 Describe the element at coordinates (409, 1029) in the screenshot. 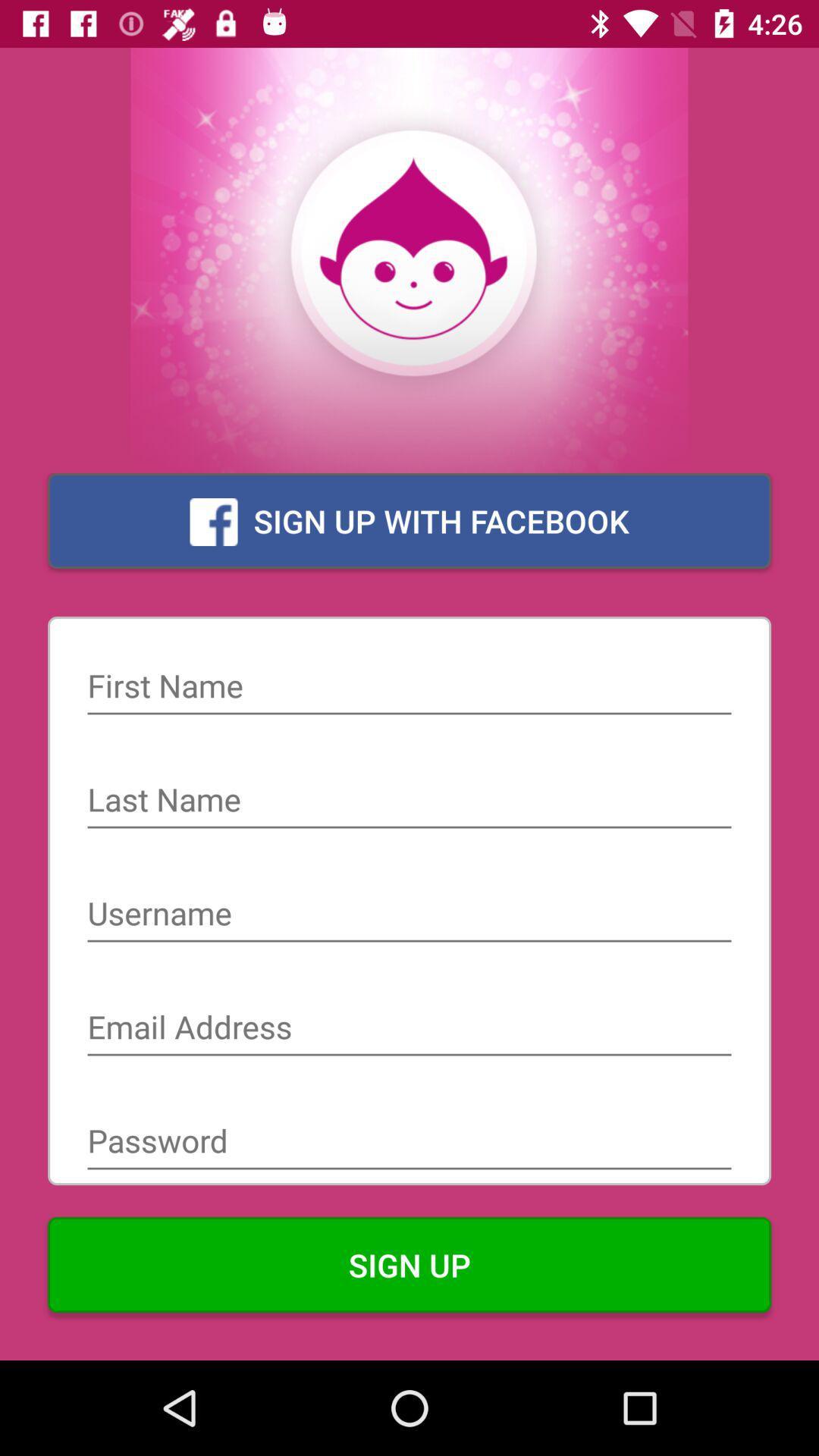

I see `your email` at that location.